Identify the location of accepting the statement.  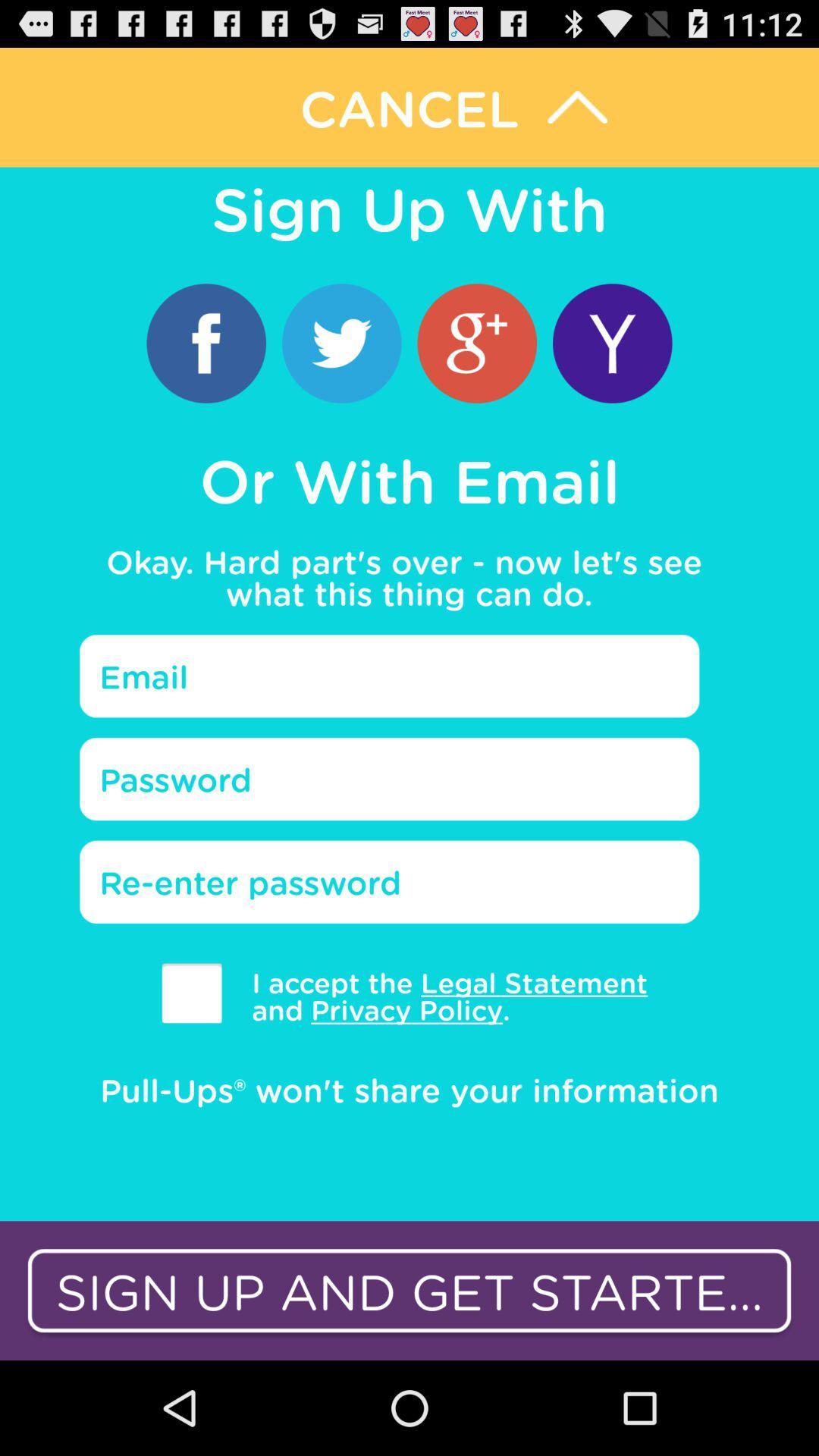
(191, 993).